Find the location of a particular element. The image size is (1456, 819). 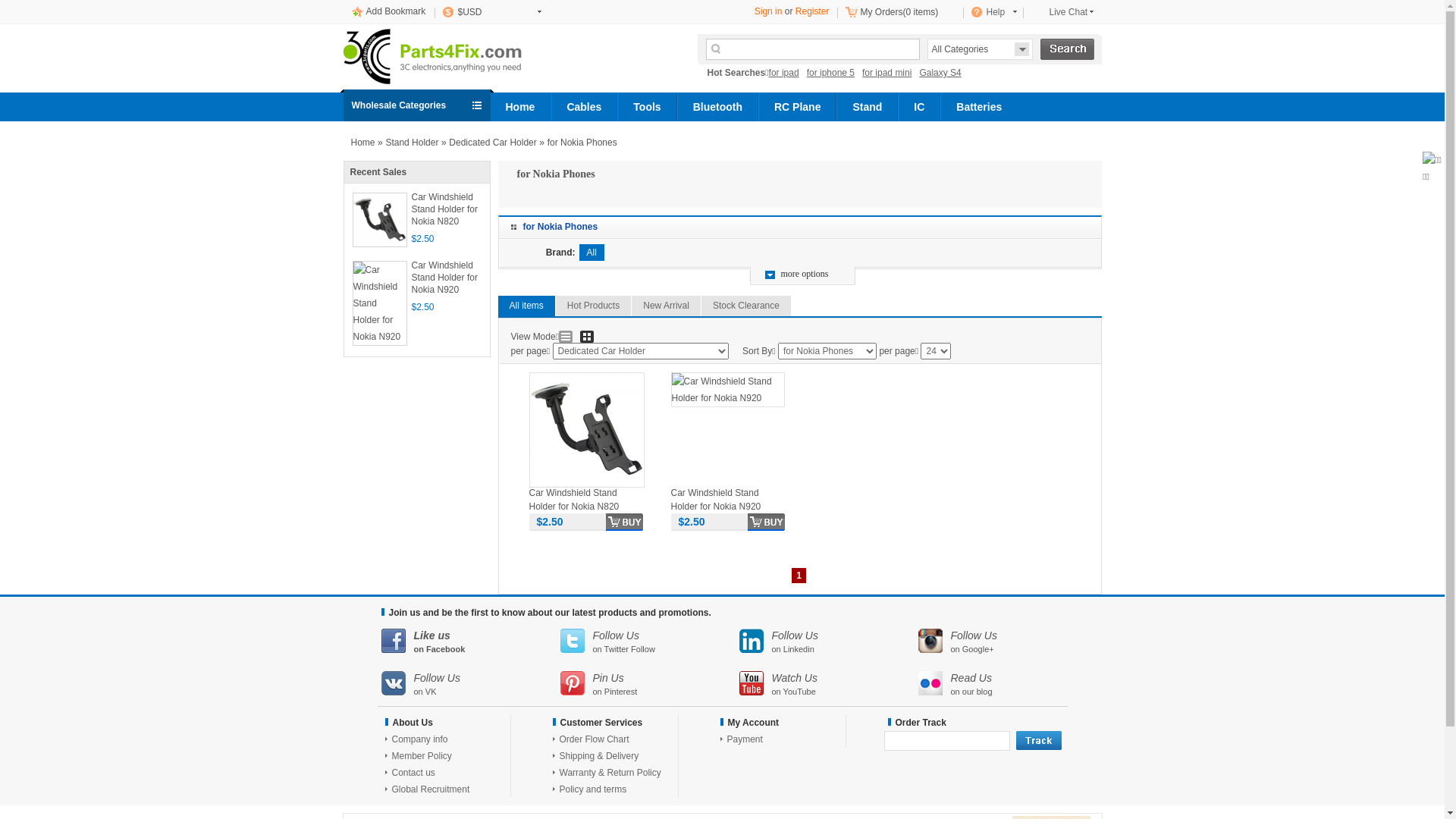

'for ipad' is located at coordinates (787, 73).